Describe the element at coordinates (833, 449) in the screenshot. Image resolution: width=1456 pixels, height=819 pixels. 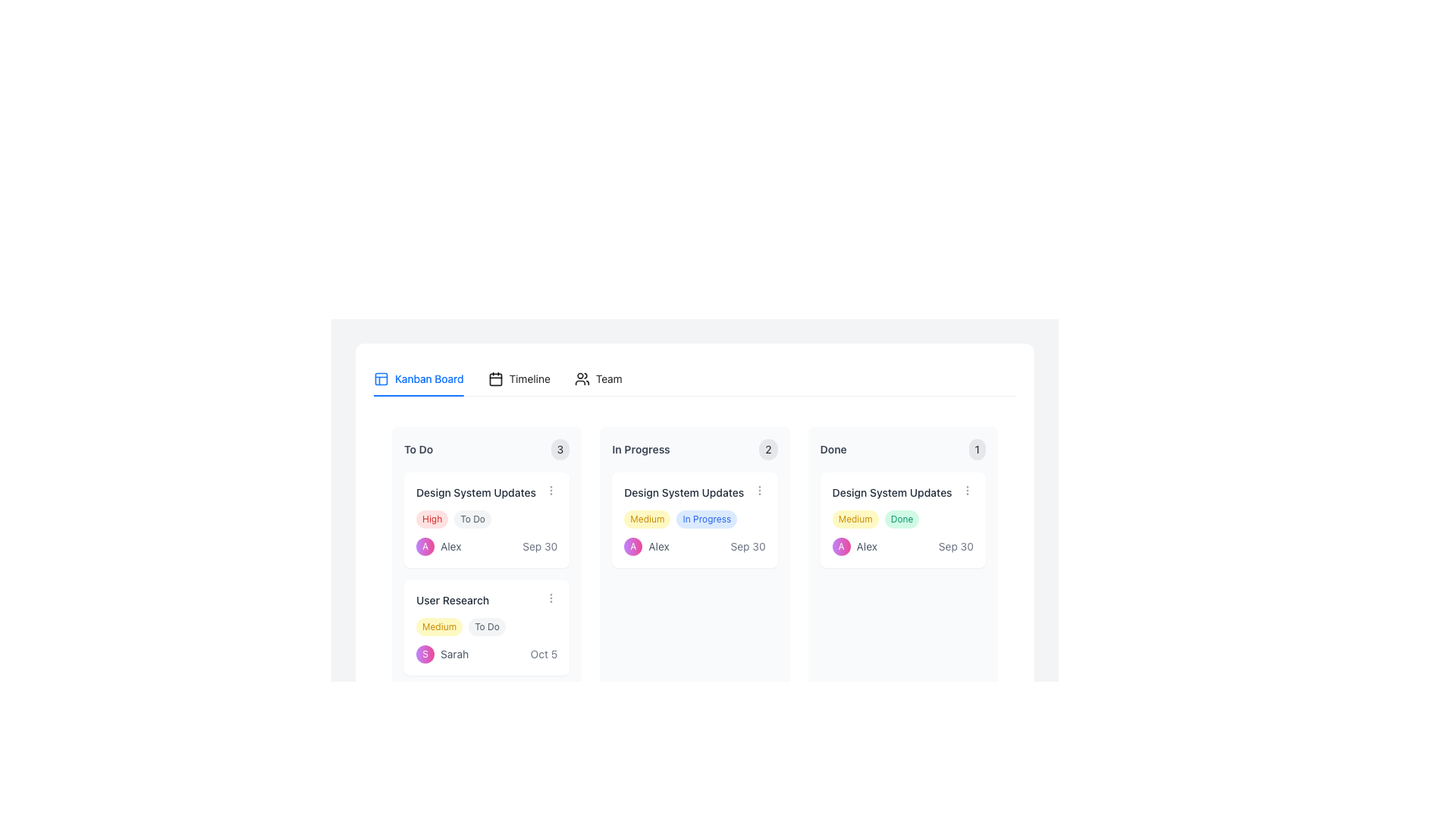
I see `the text label indicating the completion state of an item in the 'Done' category list located in the top-right corner of the card` at that location.